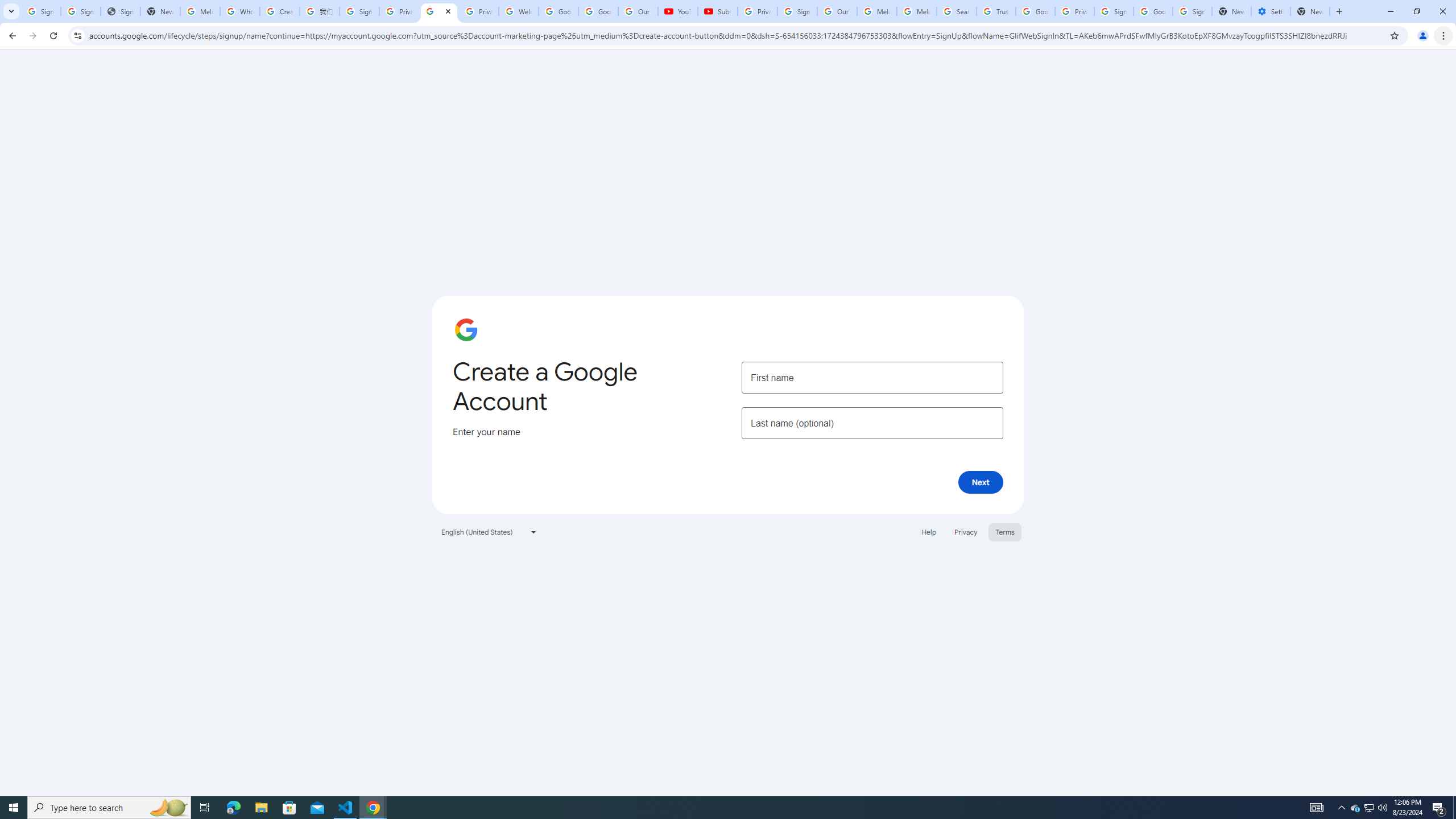 The width and height of the screenshot is (1456, 819). What do you see at coordinates (955, 11) in the screenshot?
I see `'Search our Doodle Library Collection - Google Doodles'` at bounding box center [955, 11].